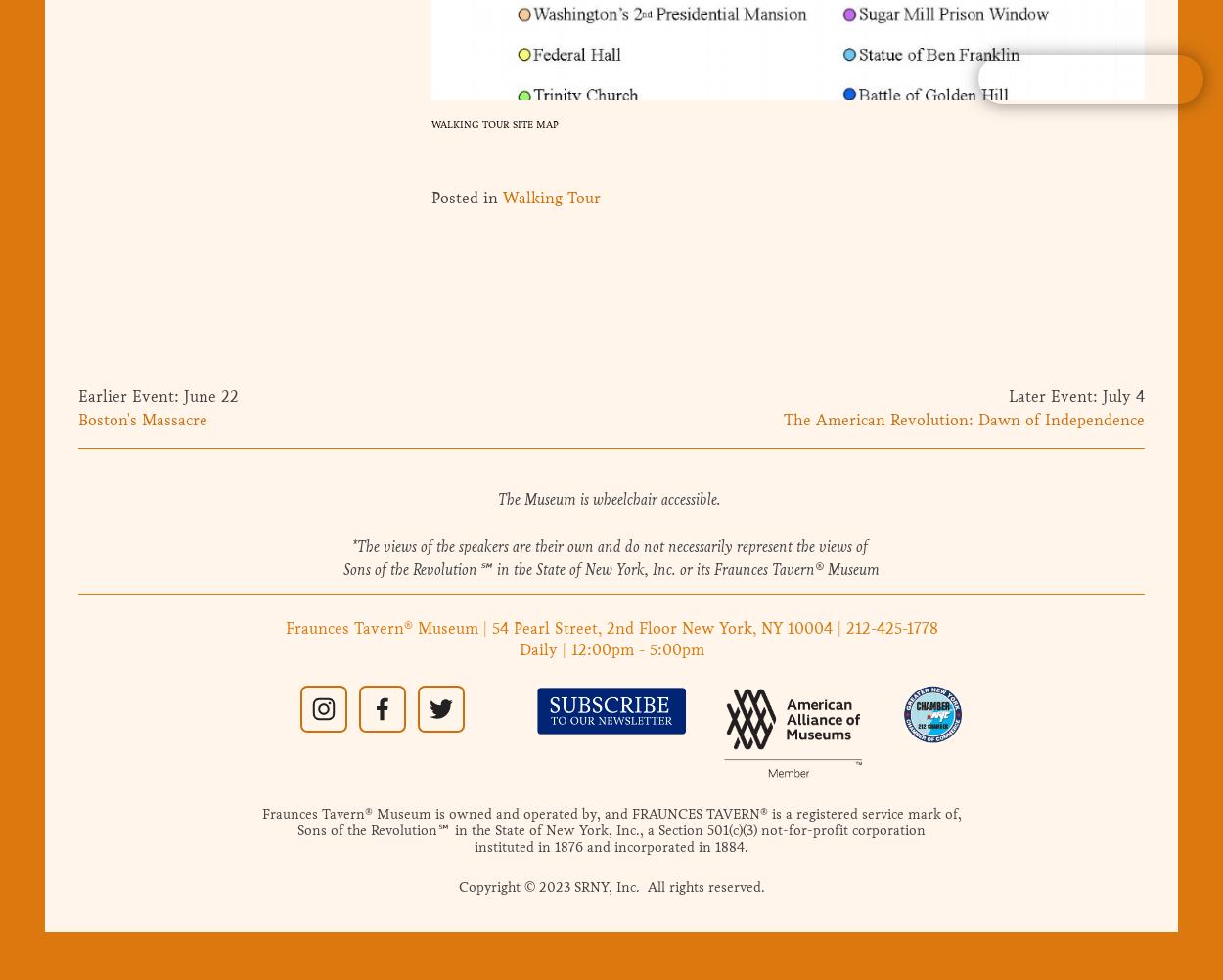  What do you see at coordinates (611, 830) in the screenshot?
I see `'Sons of the Revolution℠ in the State of New York, Inc., a Section 501(c)(3) not-for-profit corporation'` at bounding box center [611, 830].